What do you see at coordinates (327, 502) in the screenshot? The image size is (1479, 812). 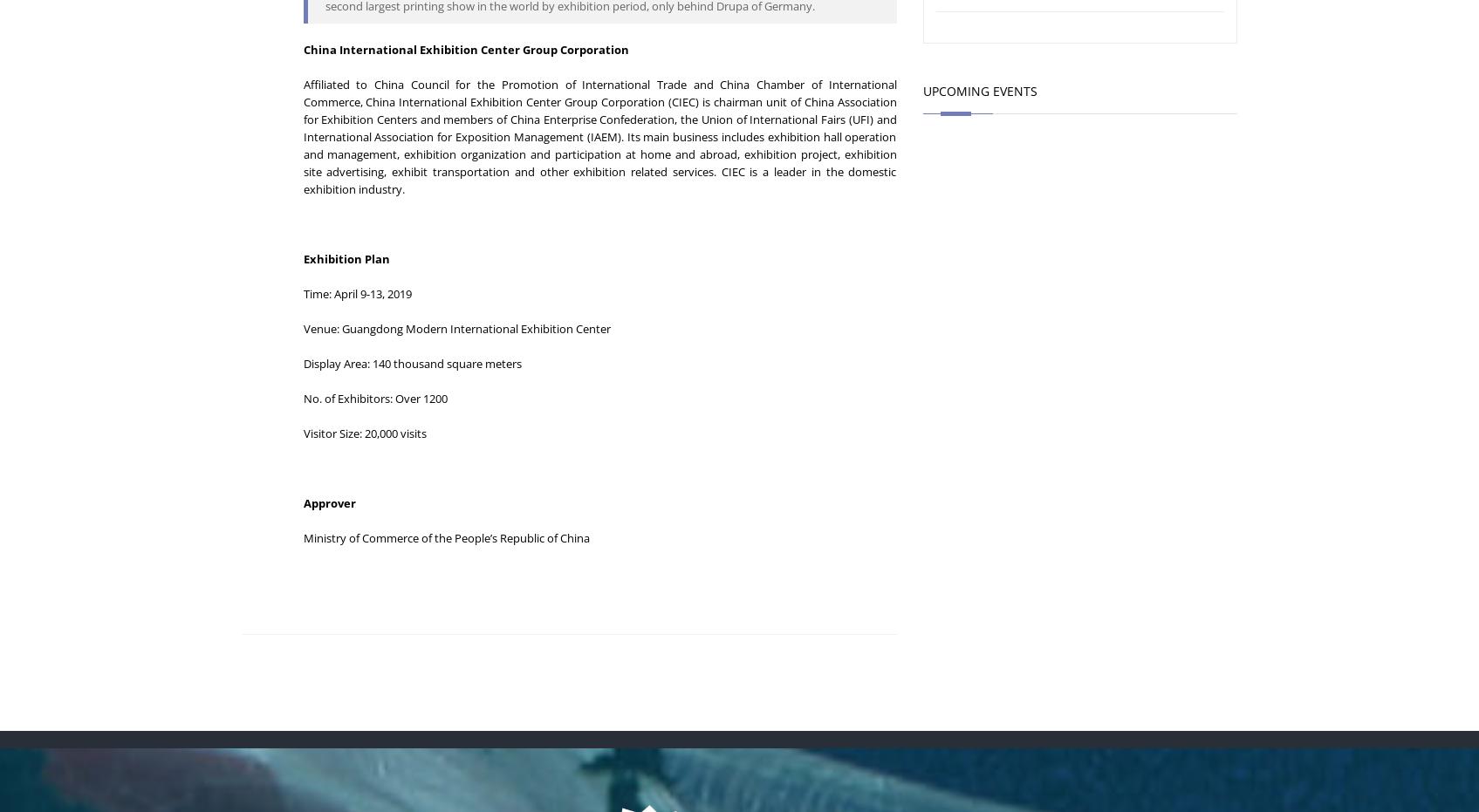 I see `'Approver'` at bounding box center [327, 502].